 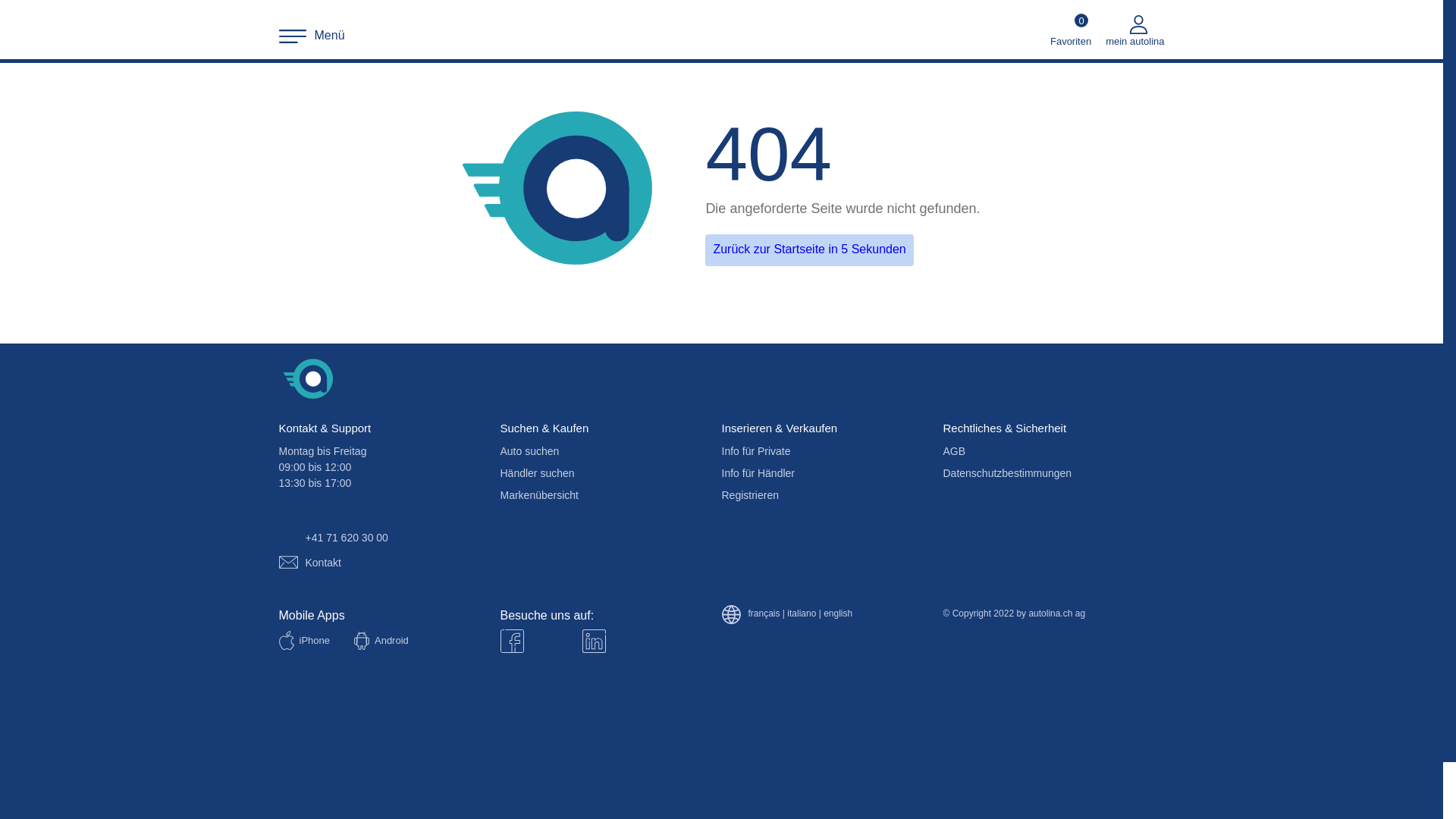 What do you see at coordinates (836, 614) in the screenshot?
I see `'english'` at bounding box center [836, 614].